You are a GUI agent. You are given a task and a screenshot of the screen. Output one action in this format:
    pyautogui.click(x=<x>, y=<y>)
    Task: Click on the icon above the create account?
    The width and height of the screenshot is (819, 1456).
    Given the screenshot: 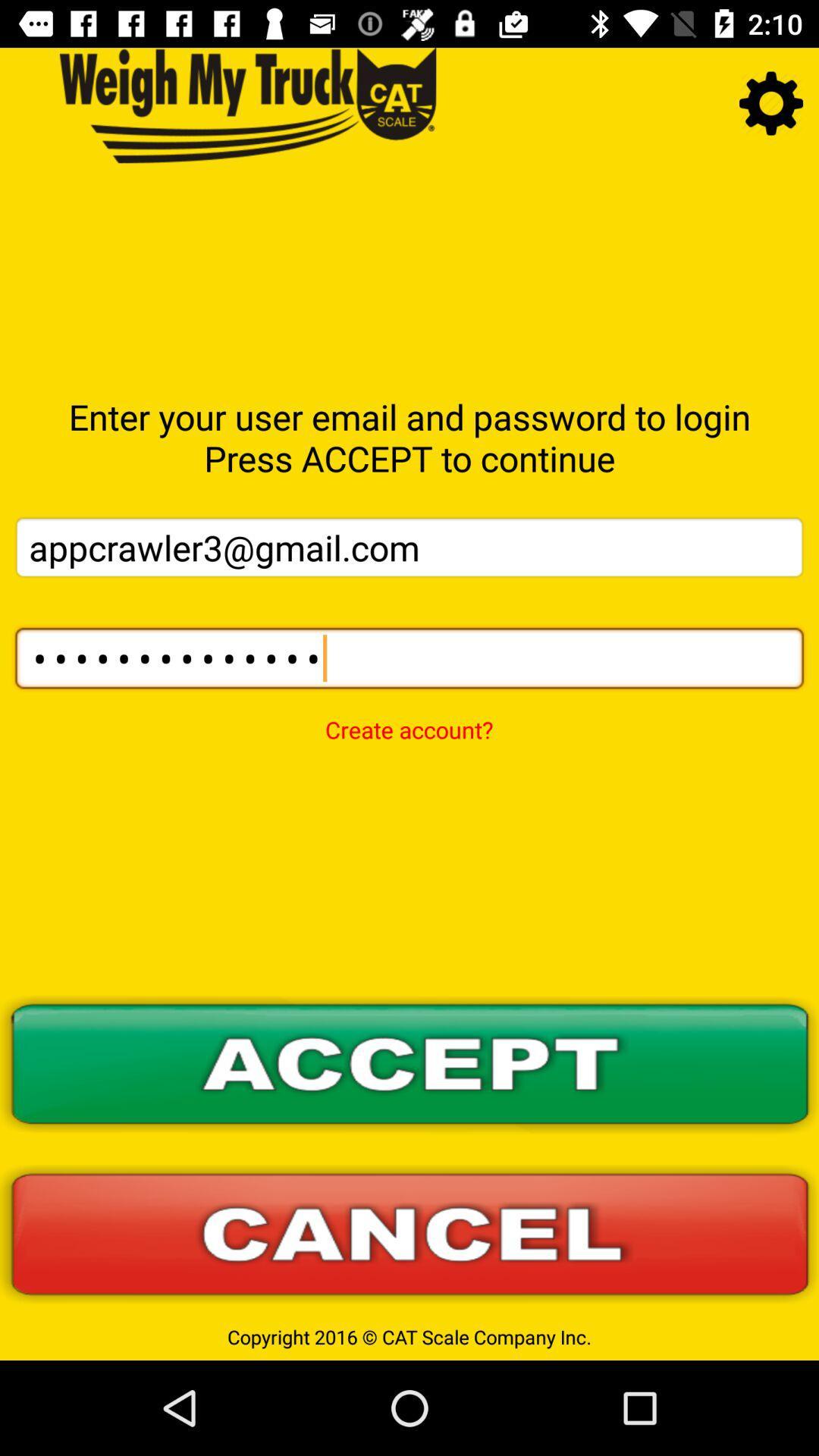 What is the action you would take?
    pyautogui.click(x=409, y=658)
    